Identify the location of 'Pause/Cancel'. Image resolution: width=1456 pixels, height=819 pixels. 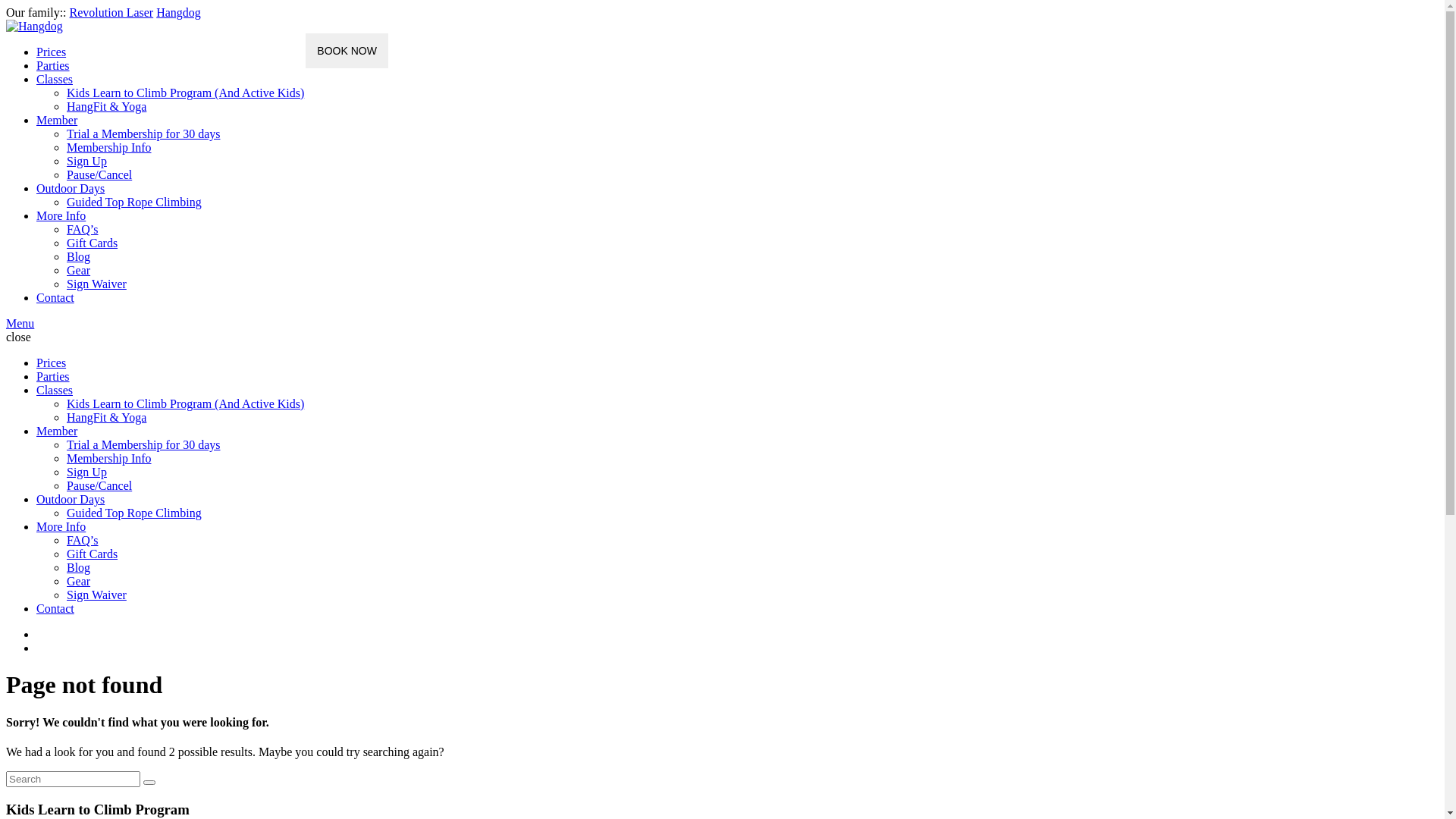
(98, 174).